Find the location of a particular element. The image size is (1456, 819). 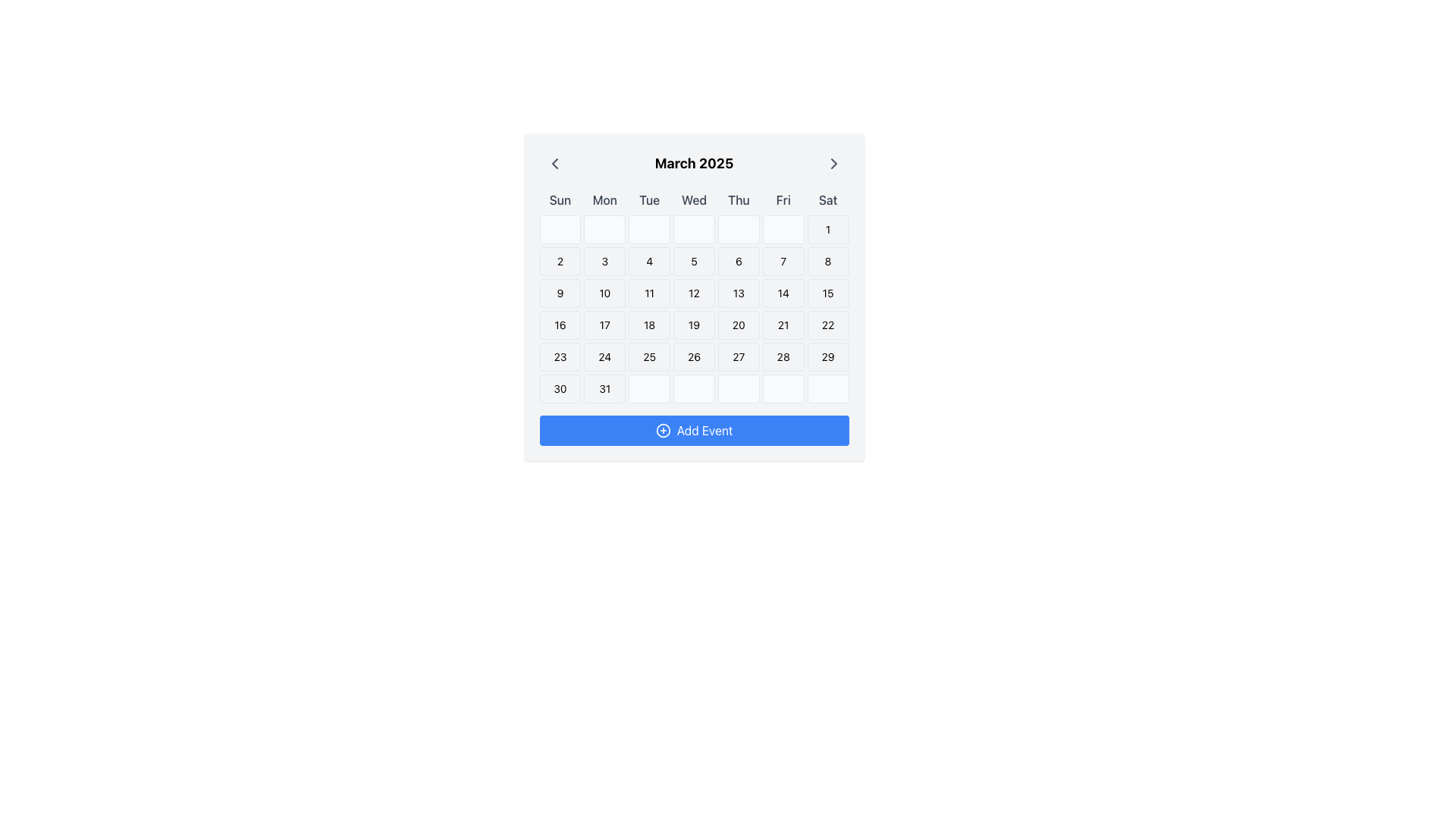

the button labeled '8' in black, which is part of the grid-based calendar layout, located in the second row and fourth column is located at coordinates (827, 260).